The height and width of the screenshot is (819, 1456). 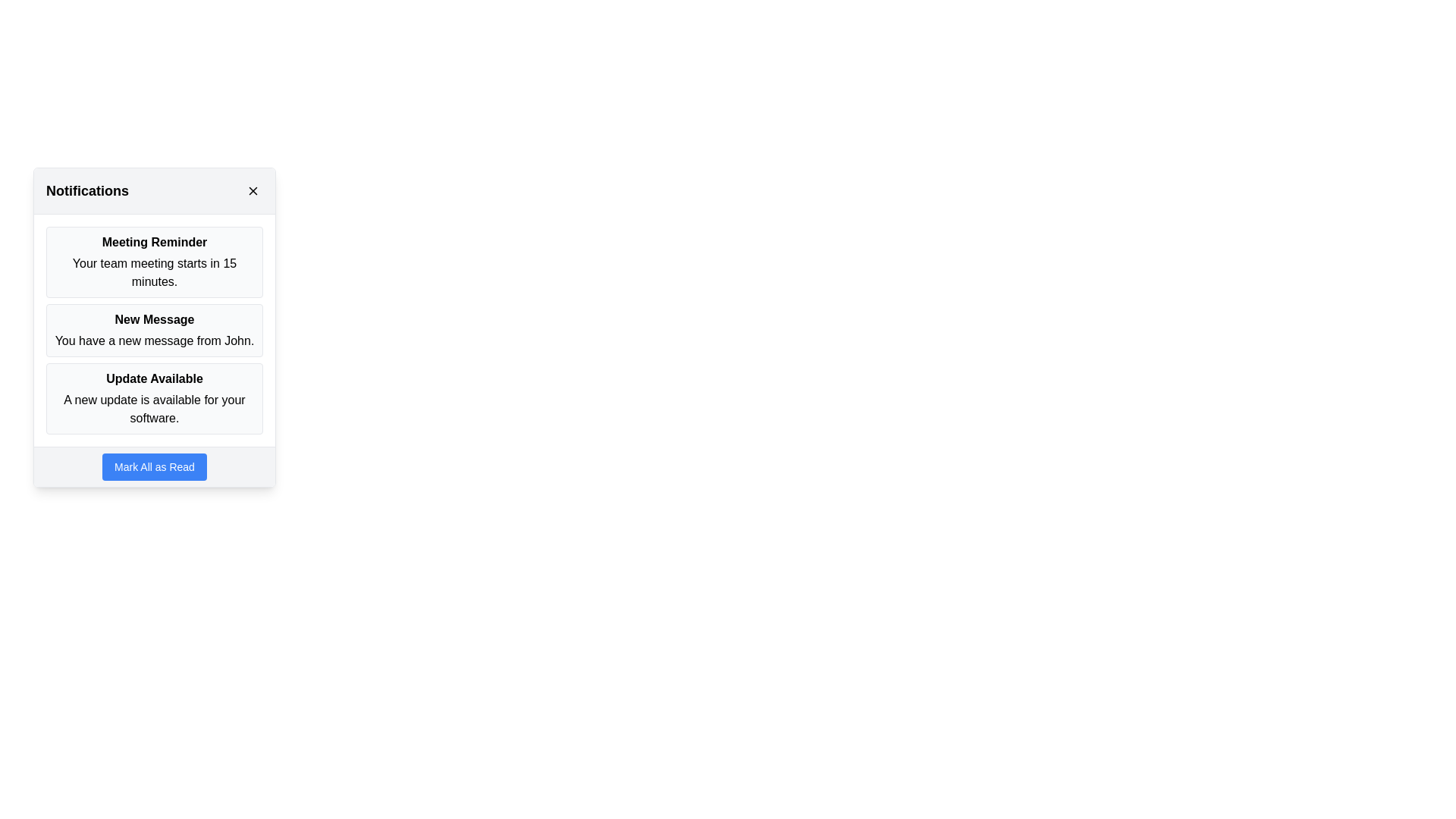 I want to click on the rectangular button with rounded edges and blue background labeled 'Mark All as Read' to trigger the hover effect, so click(x=154, y=466).